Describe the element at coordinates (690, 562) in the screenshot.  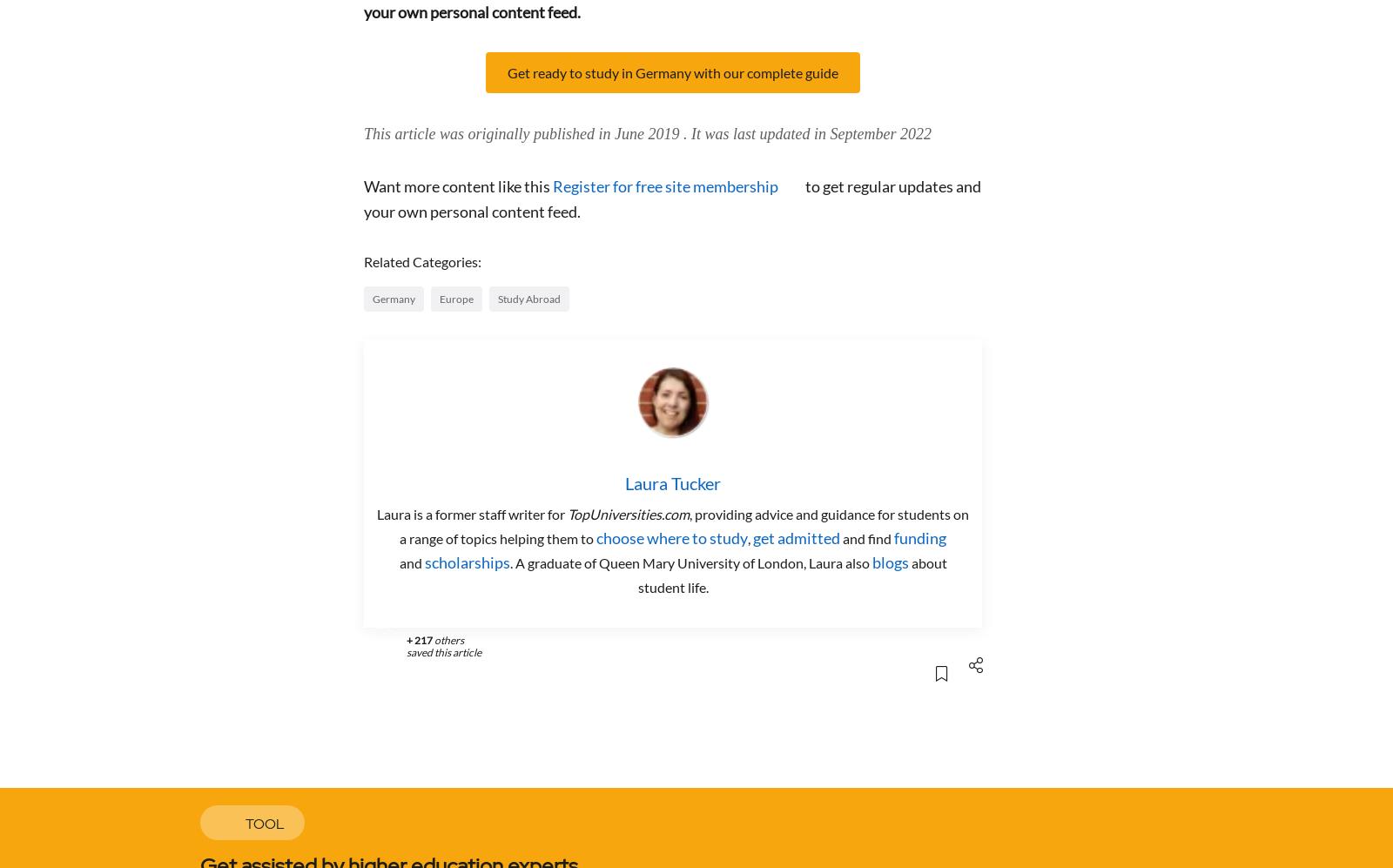
I see `'. A graduate of Queen Mary University of London, Laura also'` at that location.